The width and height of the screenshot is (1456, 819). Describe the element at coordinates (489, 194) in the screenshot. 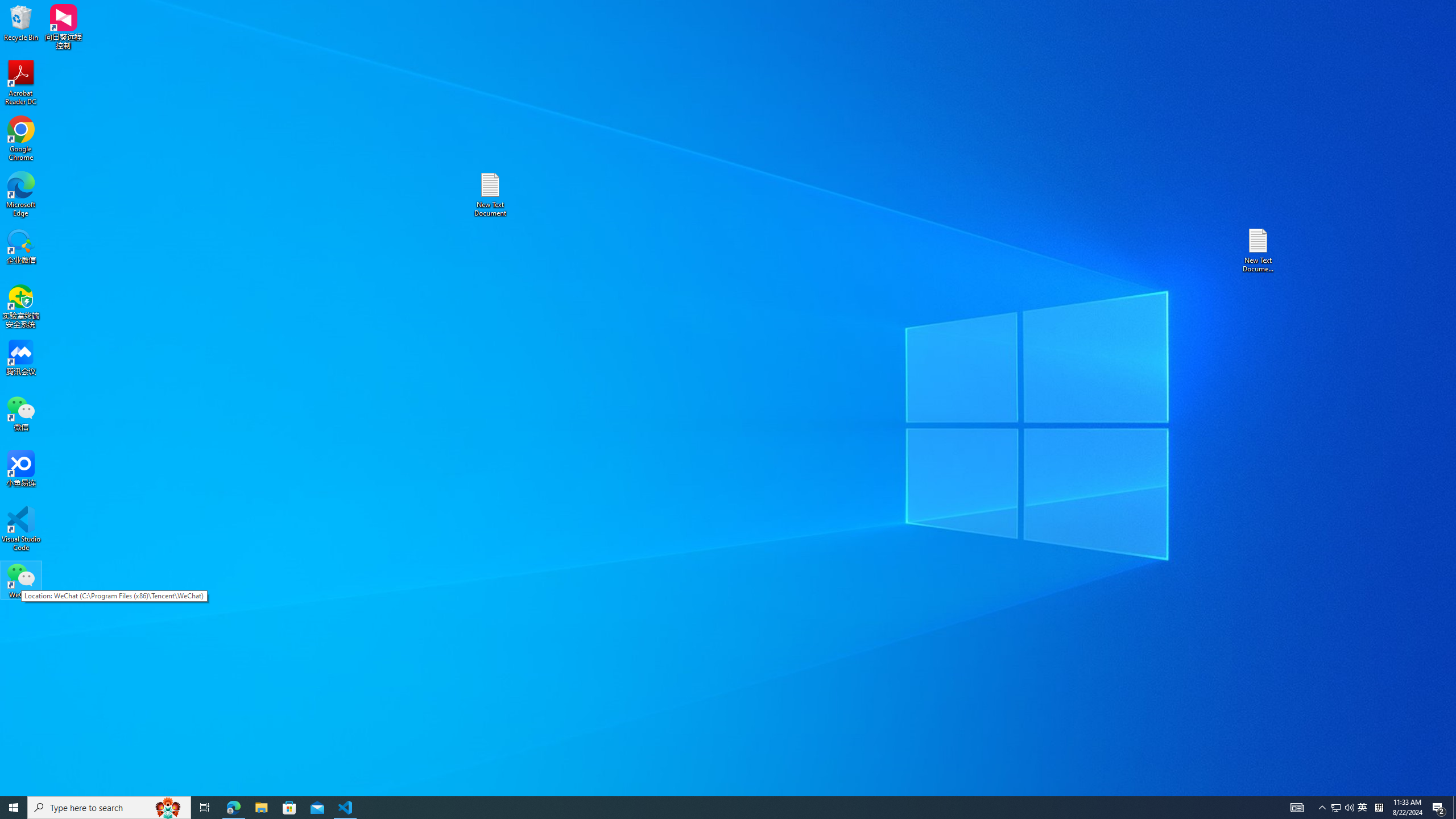

I see `'New Text Document'` at that location.